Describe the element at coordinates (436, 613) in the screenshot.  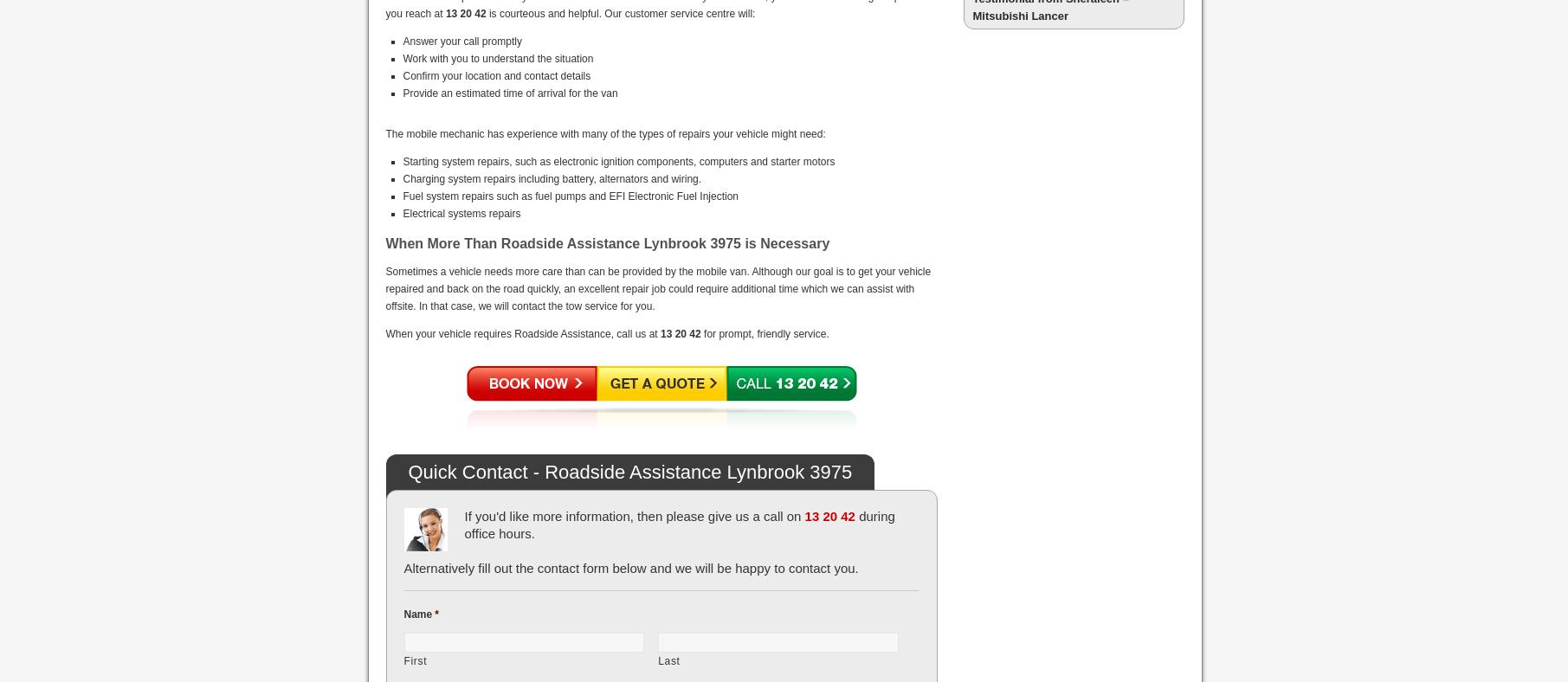
I see `'*'` at that location.